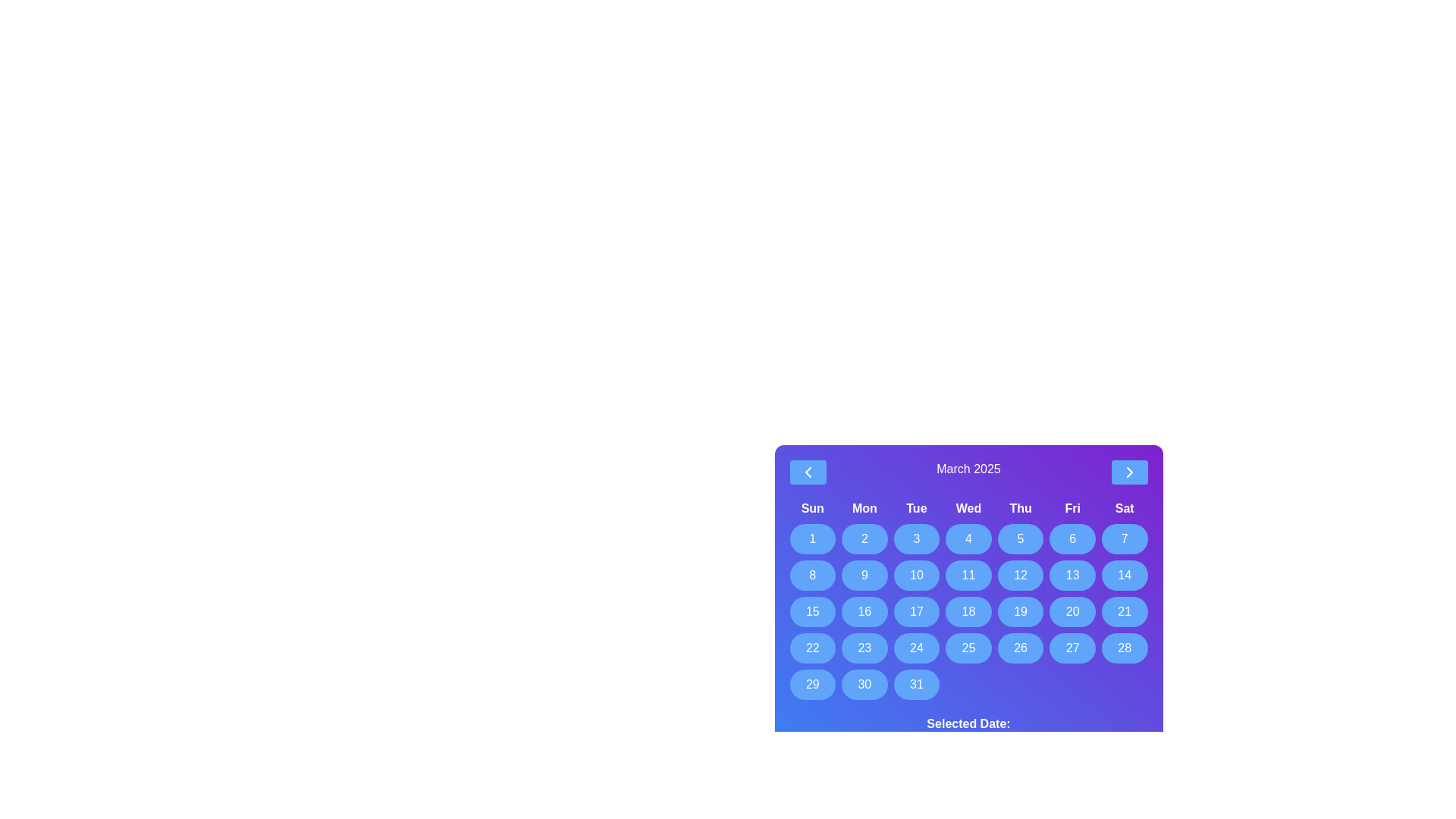 This screenshot has width=1456, height=819. What do you see at coordinates (968, 723) in the screenshot?
I see `the text label indicating the selected date in the calendar interface, which is centrally located at the bottom of the calendar` at bounding box center [968, 723].